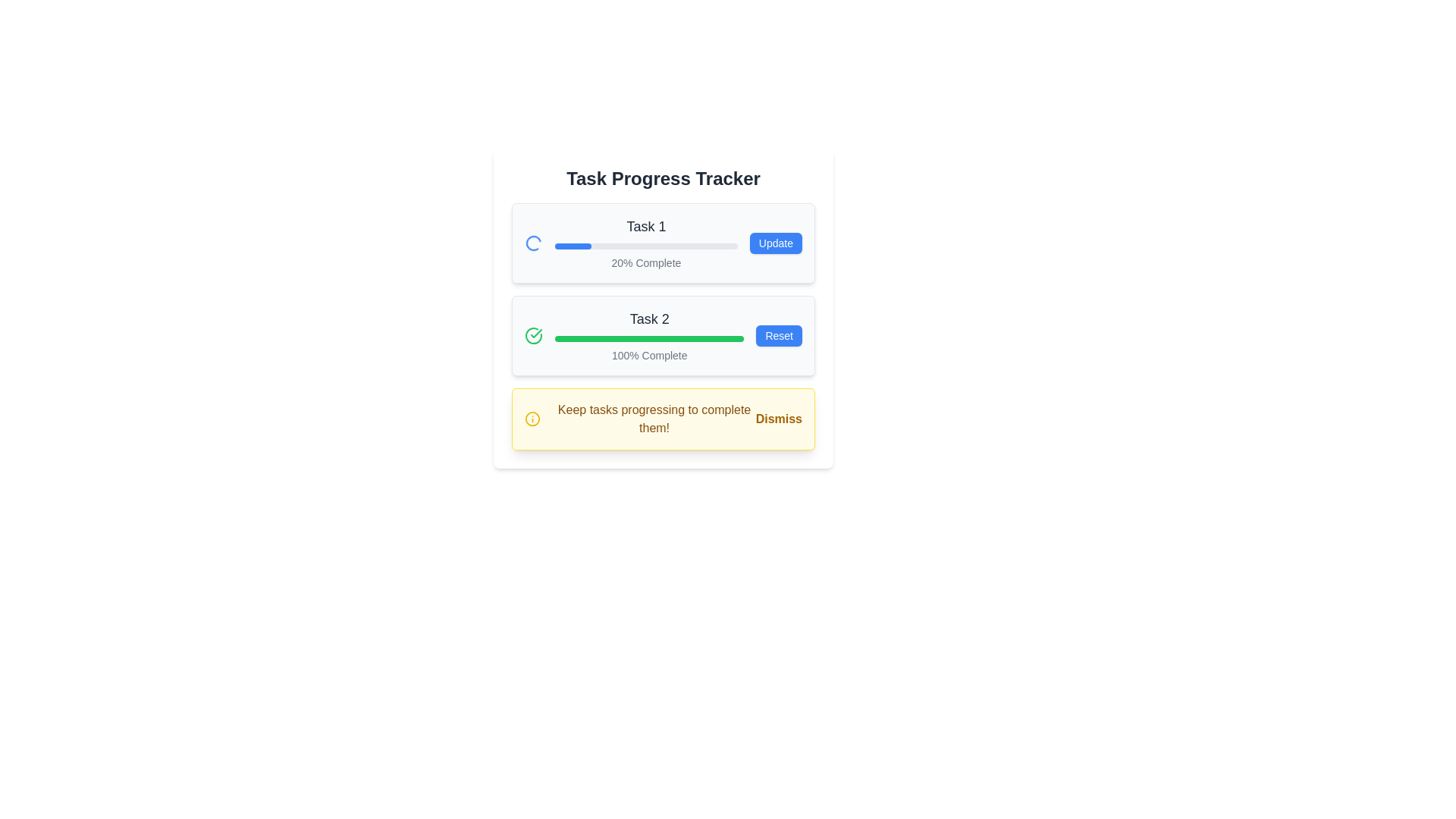 The image size is (1456, 819). Describe the element at coordinates (573, 245) in the screenshot. I see `the blue segment of the progress bar indicating 20% completion for 'Task 1', which is located within the task card labeled 'Task 1'` at that location.